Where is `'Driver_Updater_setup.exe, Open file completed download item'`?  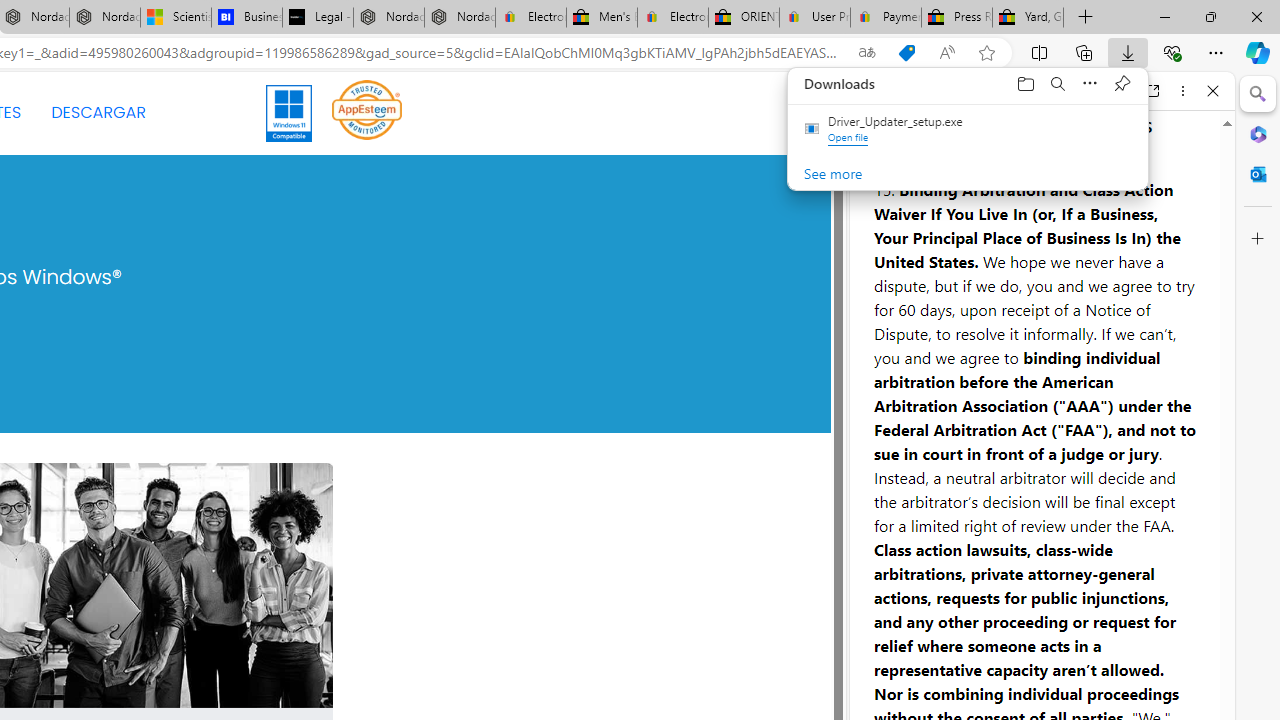
'Driver_Updater_setup.exe, Open file completed download item' is located at coordinates (968, 129).